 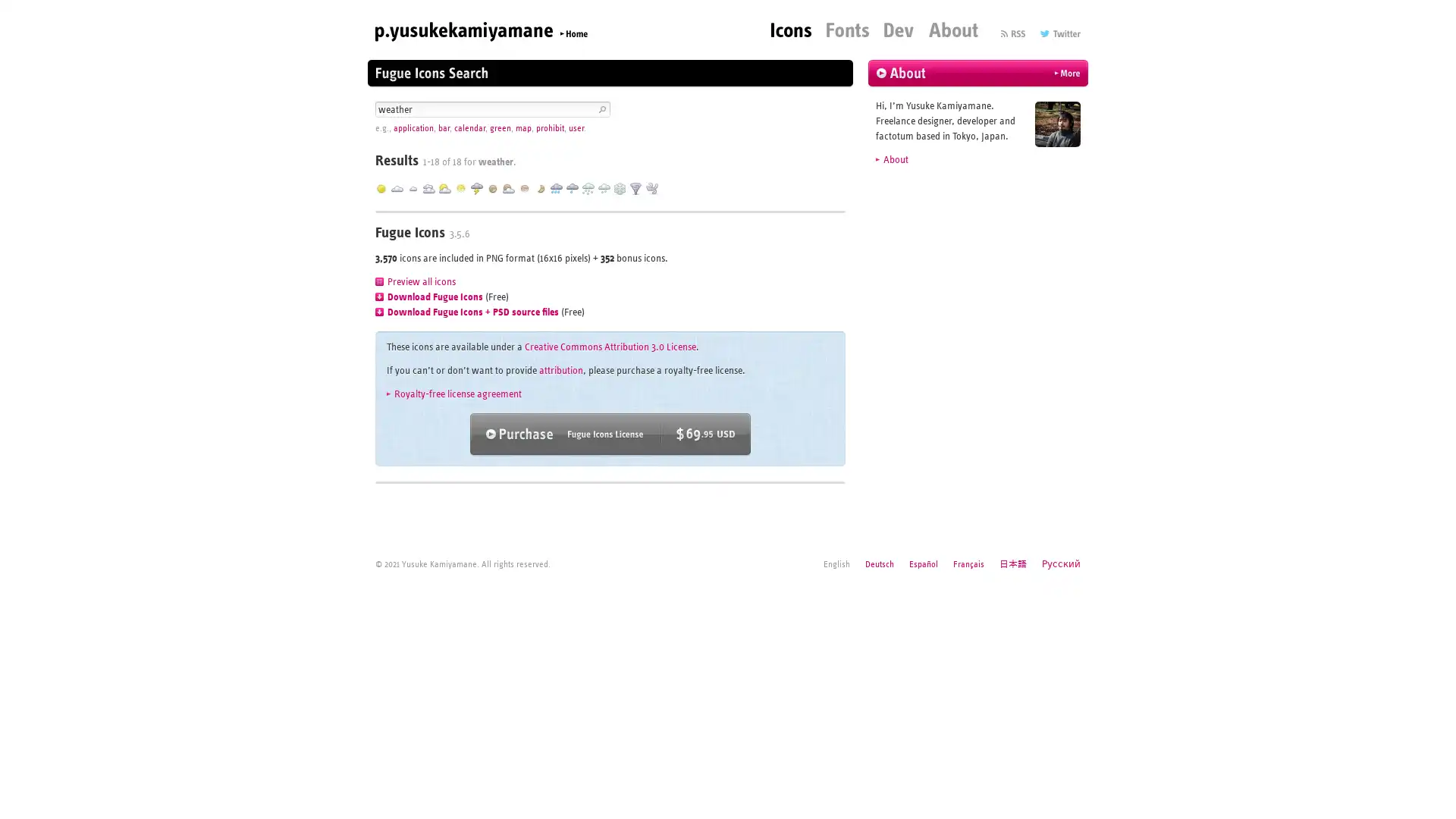 What do you see at coordinates (610, 434) in the screenshot?
I see `Purchase Fugue Icons ($69.95 USD)` at bounding box center [610, 434].